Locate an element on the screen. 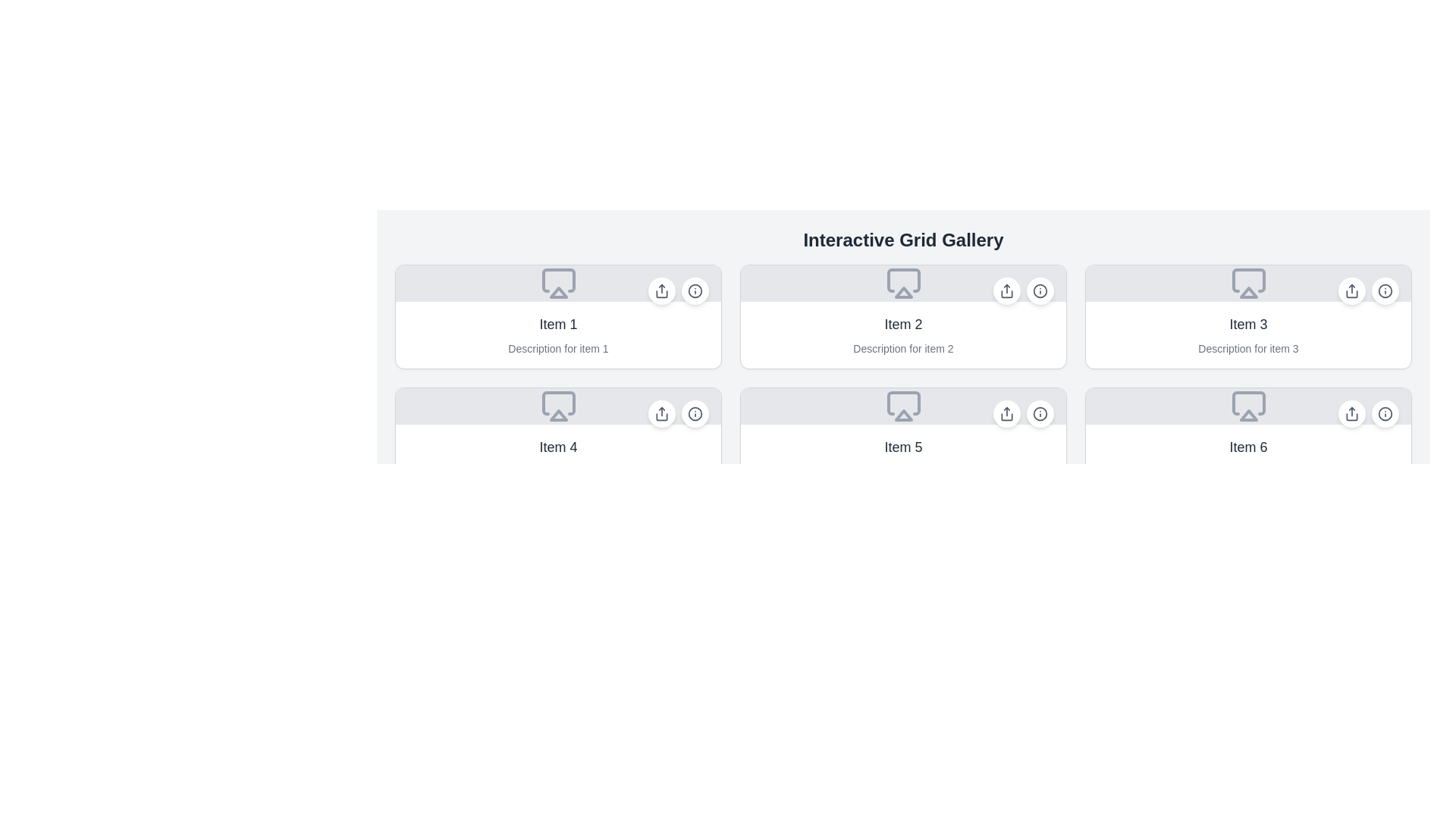 The height and width of the screenshot is (819, 1456). the circular button with a white background and upward arrow icon in the top-right corner of the third item section to share content is located at coordinates (1351, 291).